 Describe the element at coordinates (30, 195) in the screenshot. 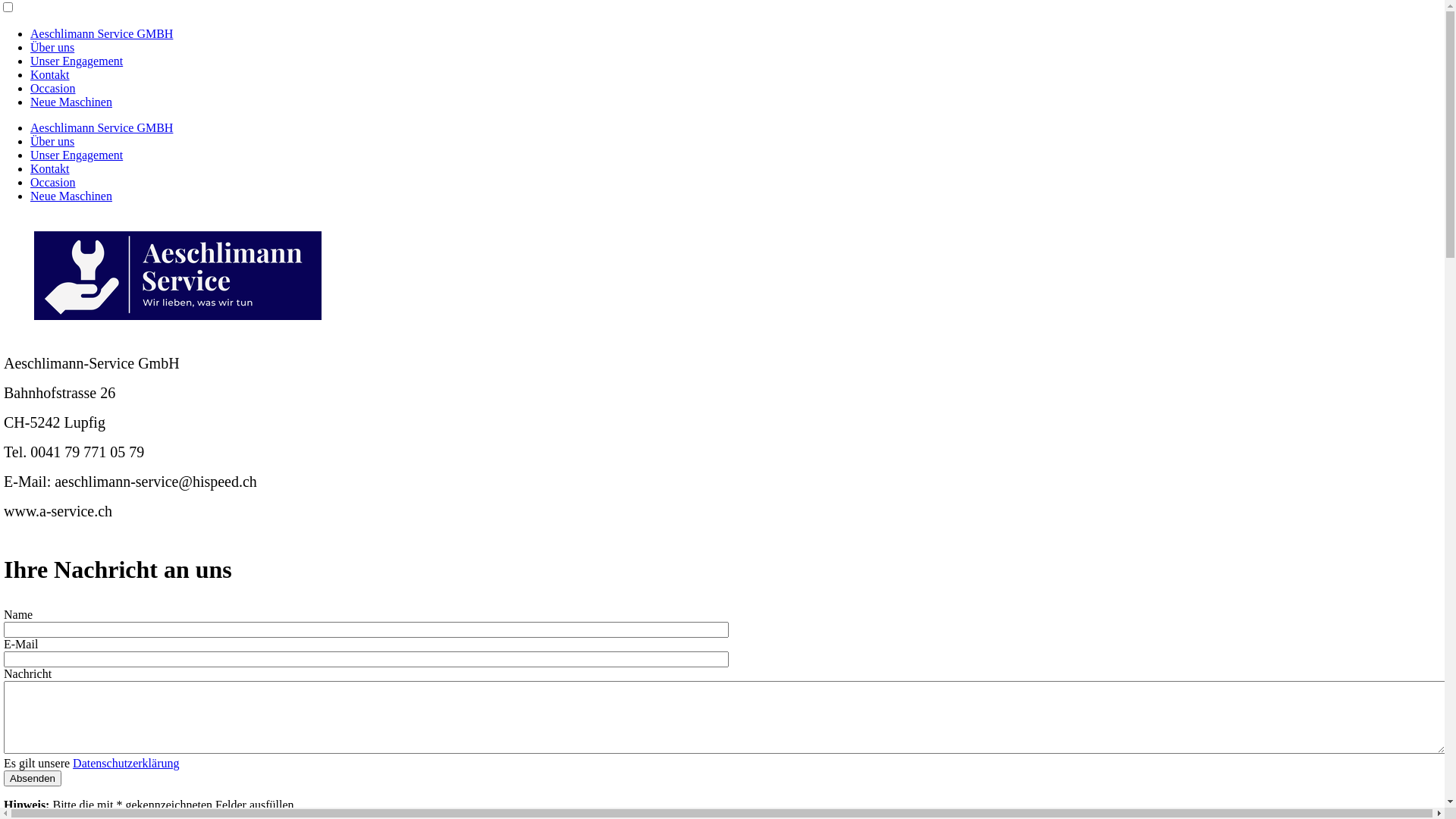

I see `'Neue Maschinen'` at that location.